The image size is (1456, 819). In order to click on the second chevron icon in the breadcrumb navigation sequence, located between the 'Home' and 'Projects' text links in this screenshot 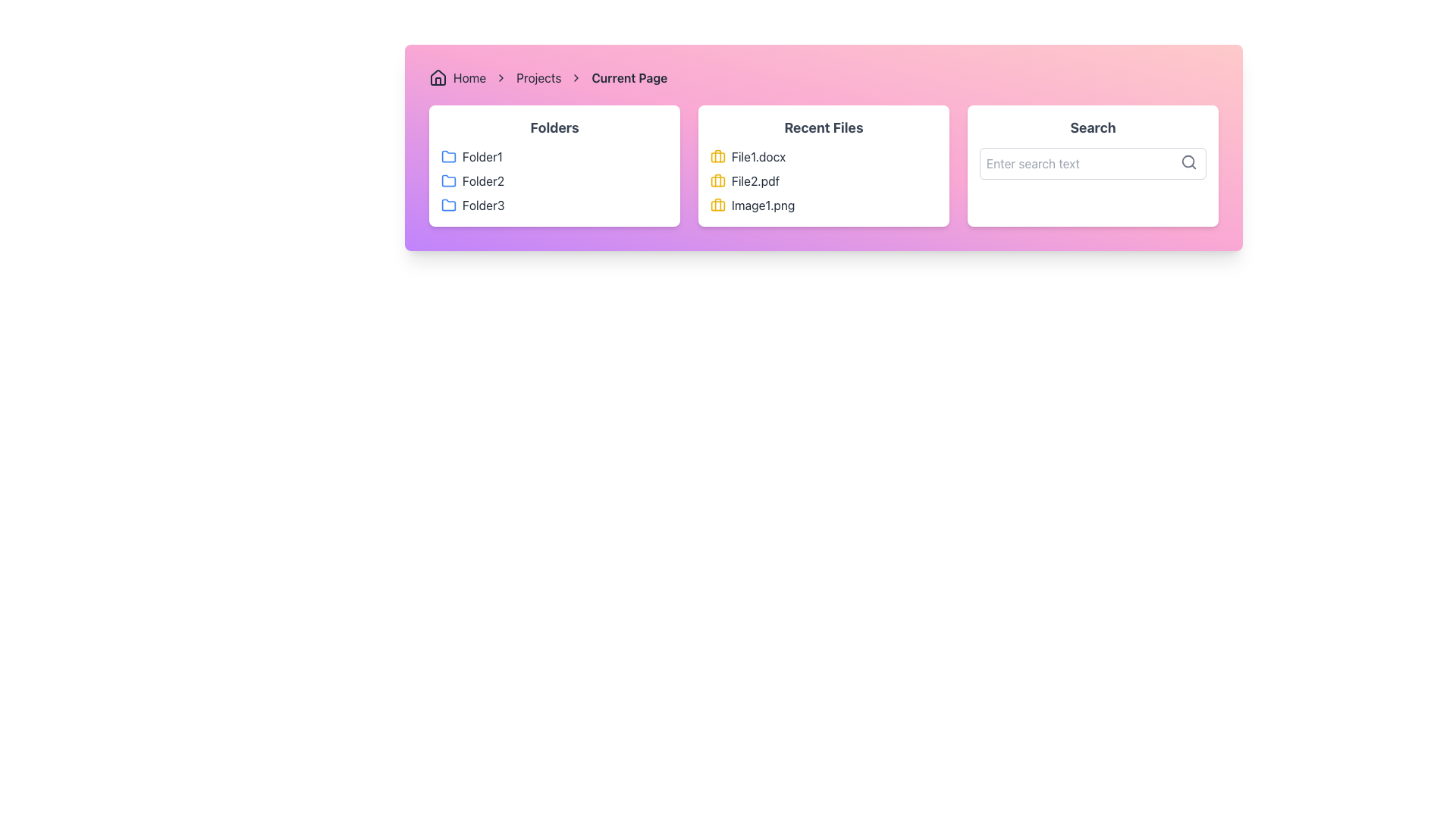, I will do `click(501, 78)`.